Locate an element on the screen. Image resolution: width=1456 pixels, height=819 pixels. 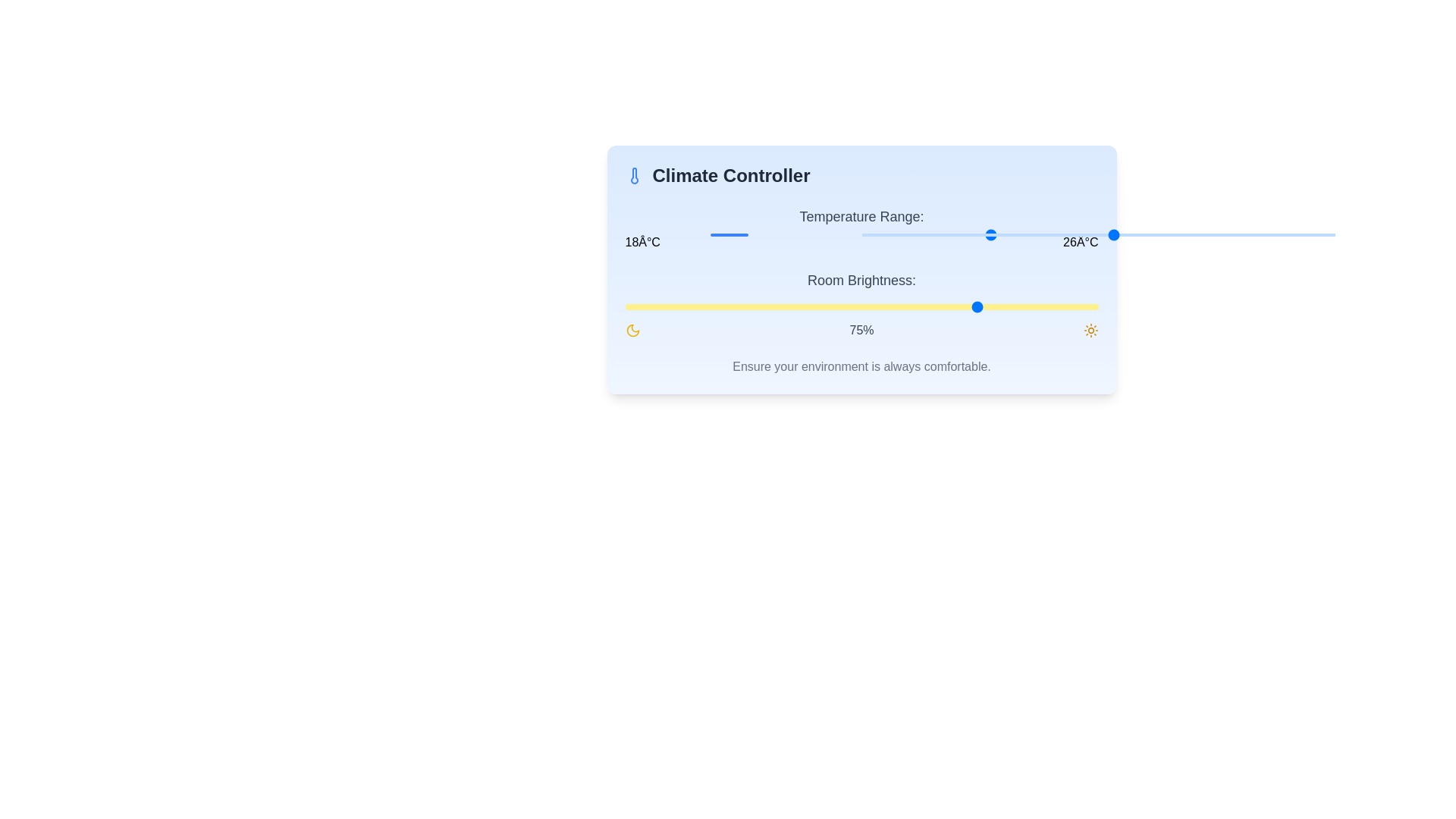
the room brightness is located at coordinates (686, 307).